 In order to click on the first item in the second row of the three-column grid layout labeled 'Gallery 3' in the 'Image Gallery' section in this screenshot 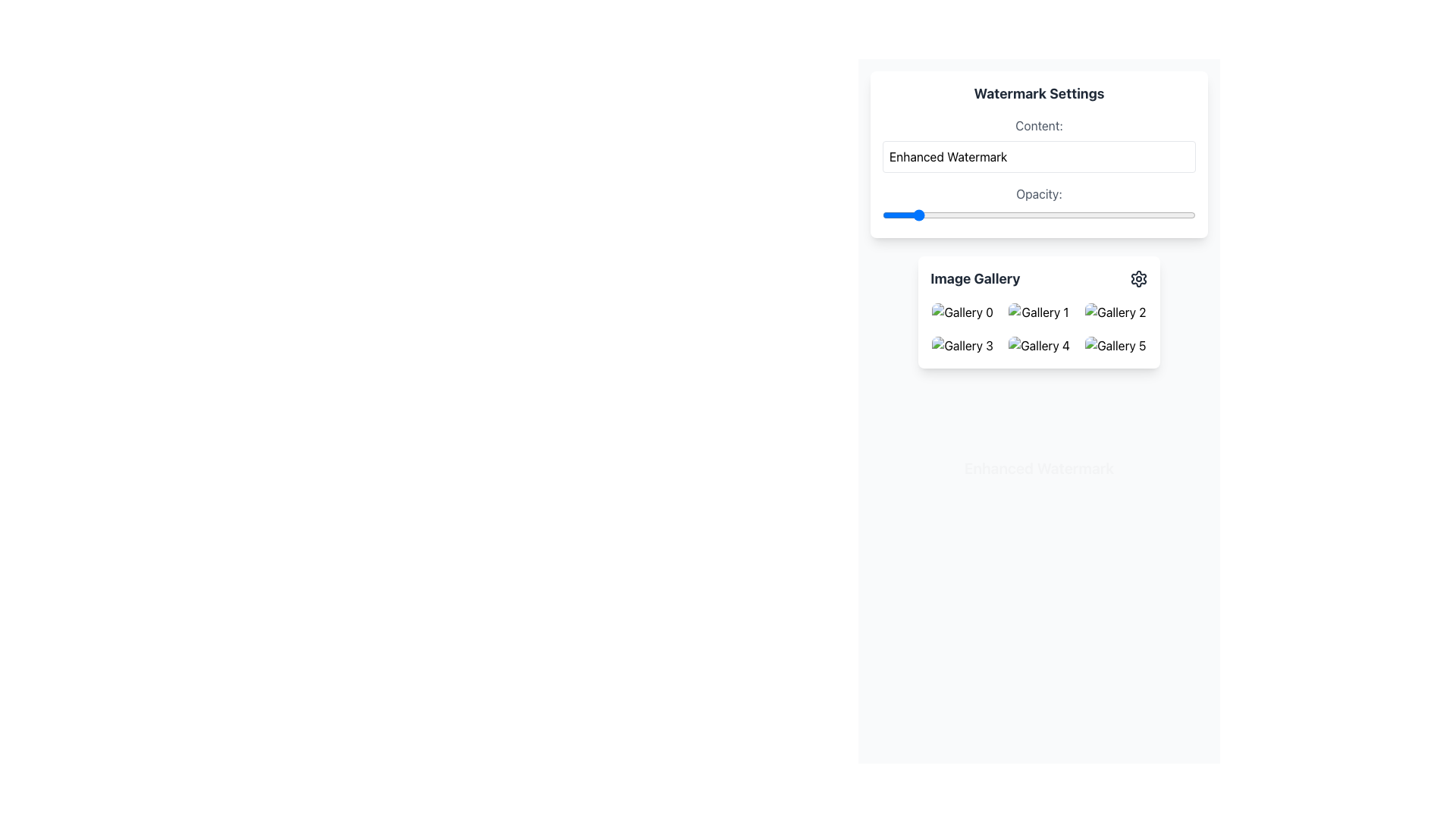, I will do `click(962, 345)`.